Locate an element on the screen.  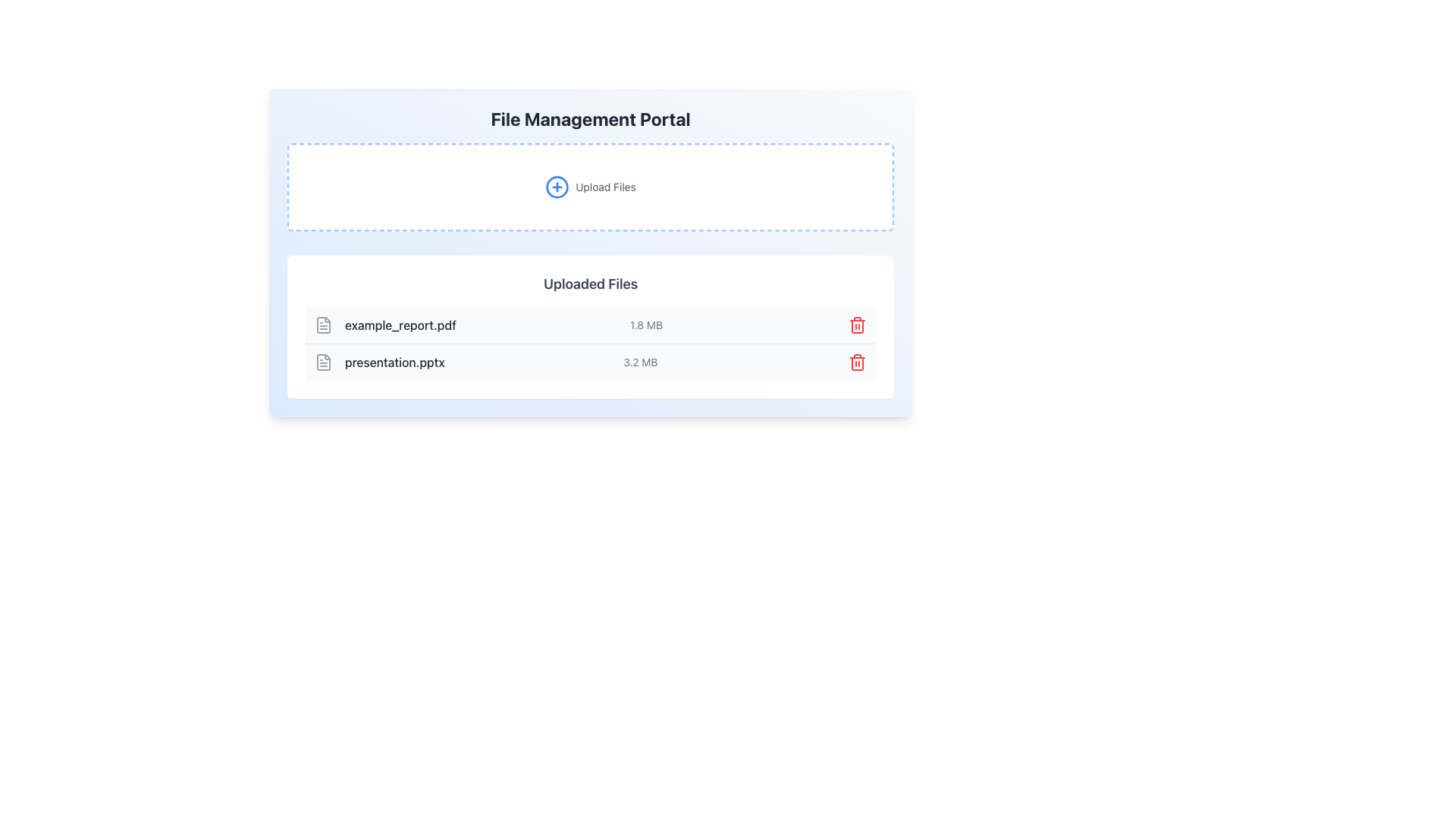
the delete button associated with the 'example_report.pdf' file entry is located at coordinates (858, 324).